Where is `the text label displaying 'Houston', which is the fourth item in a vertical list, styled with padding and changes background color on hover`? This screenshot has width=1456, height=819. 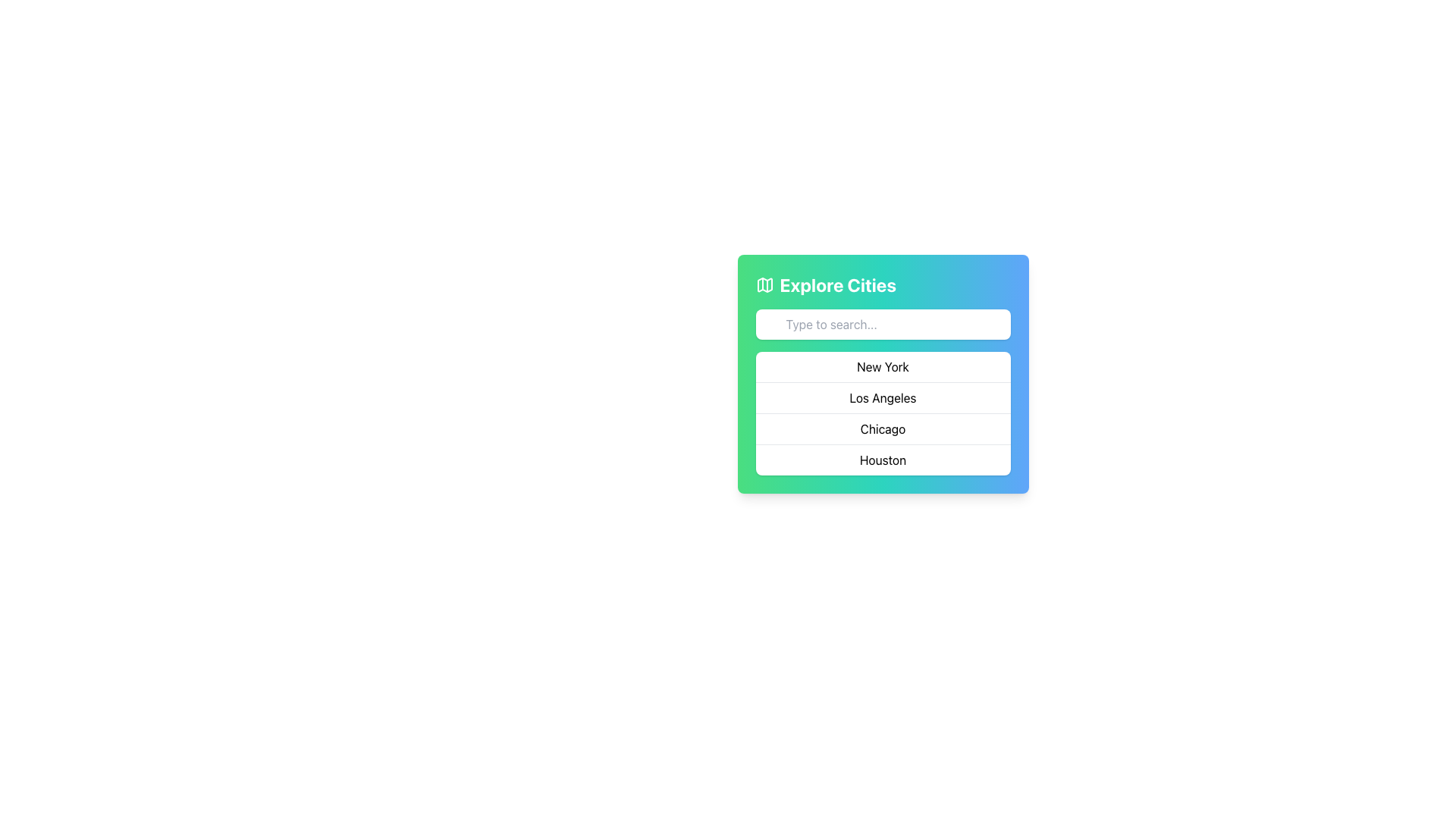 the text label displaying 'Houston', which is the fourth item in a vertical list, styled with padding and changes background color on hover is located at coordinates (883, 459).